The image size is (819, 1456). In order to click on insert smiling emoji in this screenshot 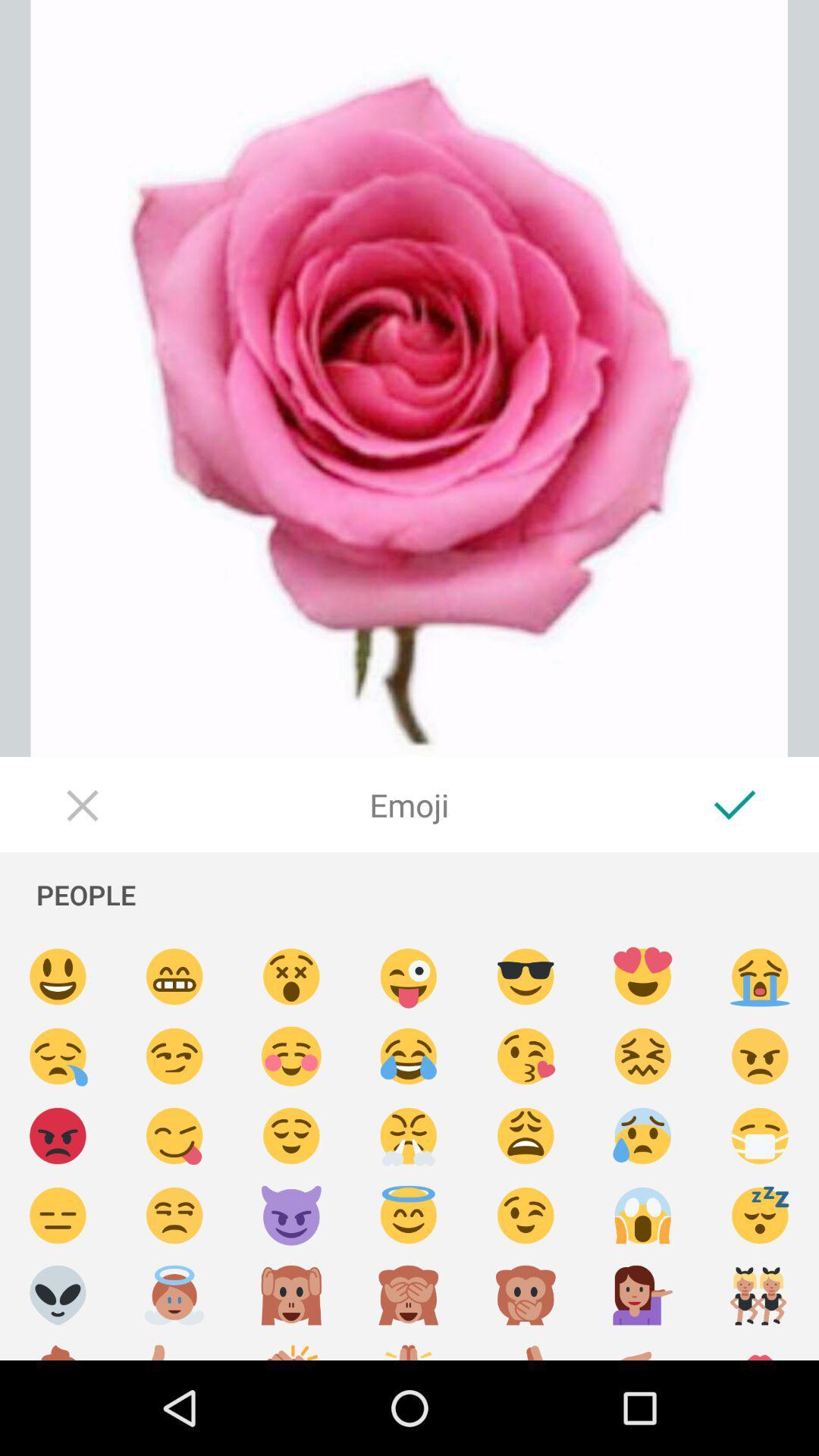, I will do `click(57, 977)`.